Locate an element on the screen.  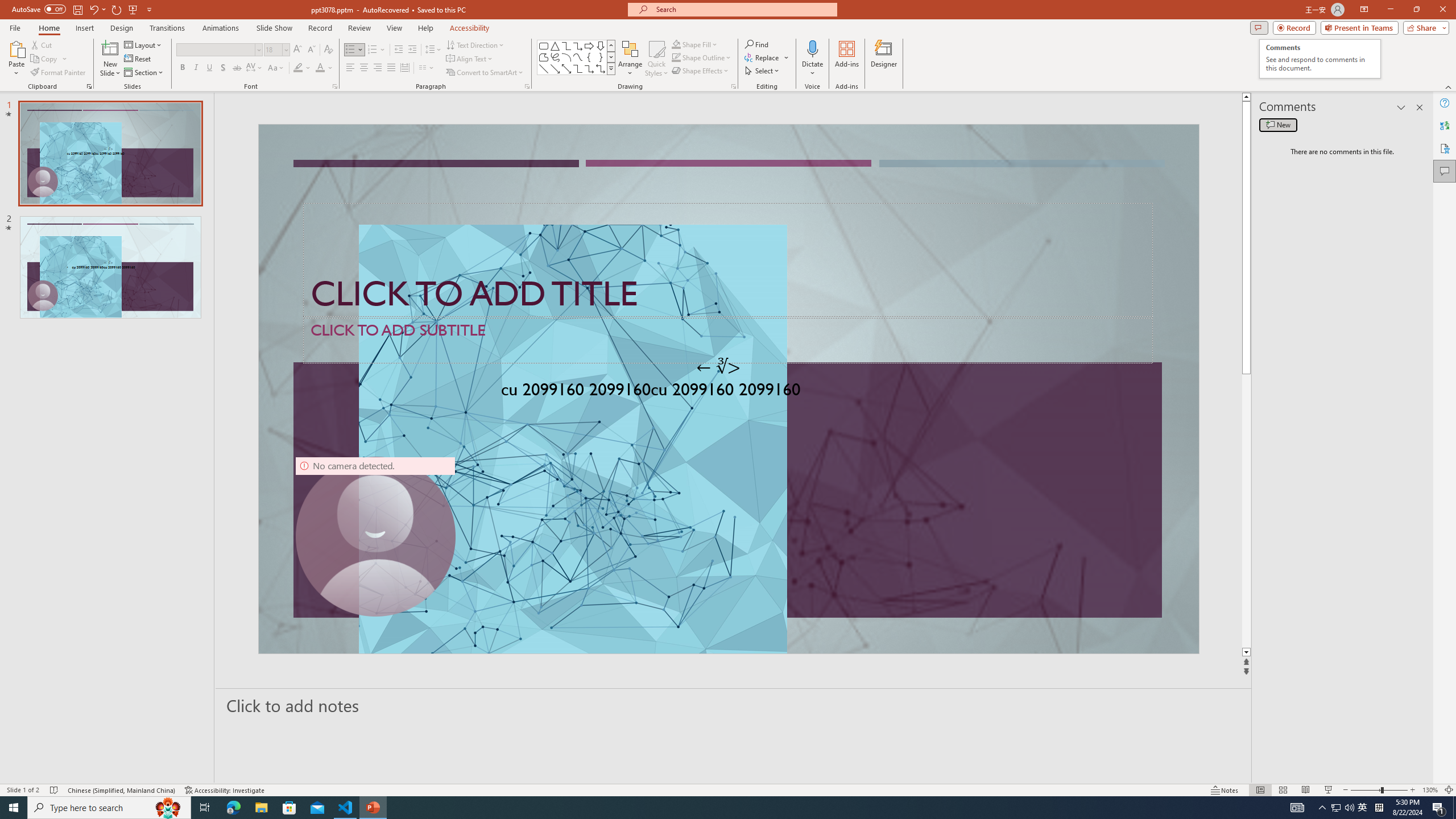
'Zoom 130%' is located at coordinates (1430, 790).